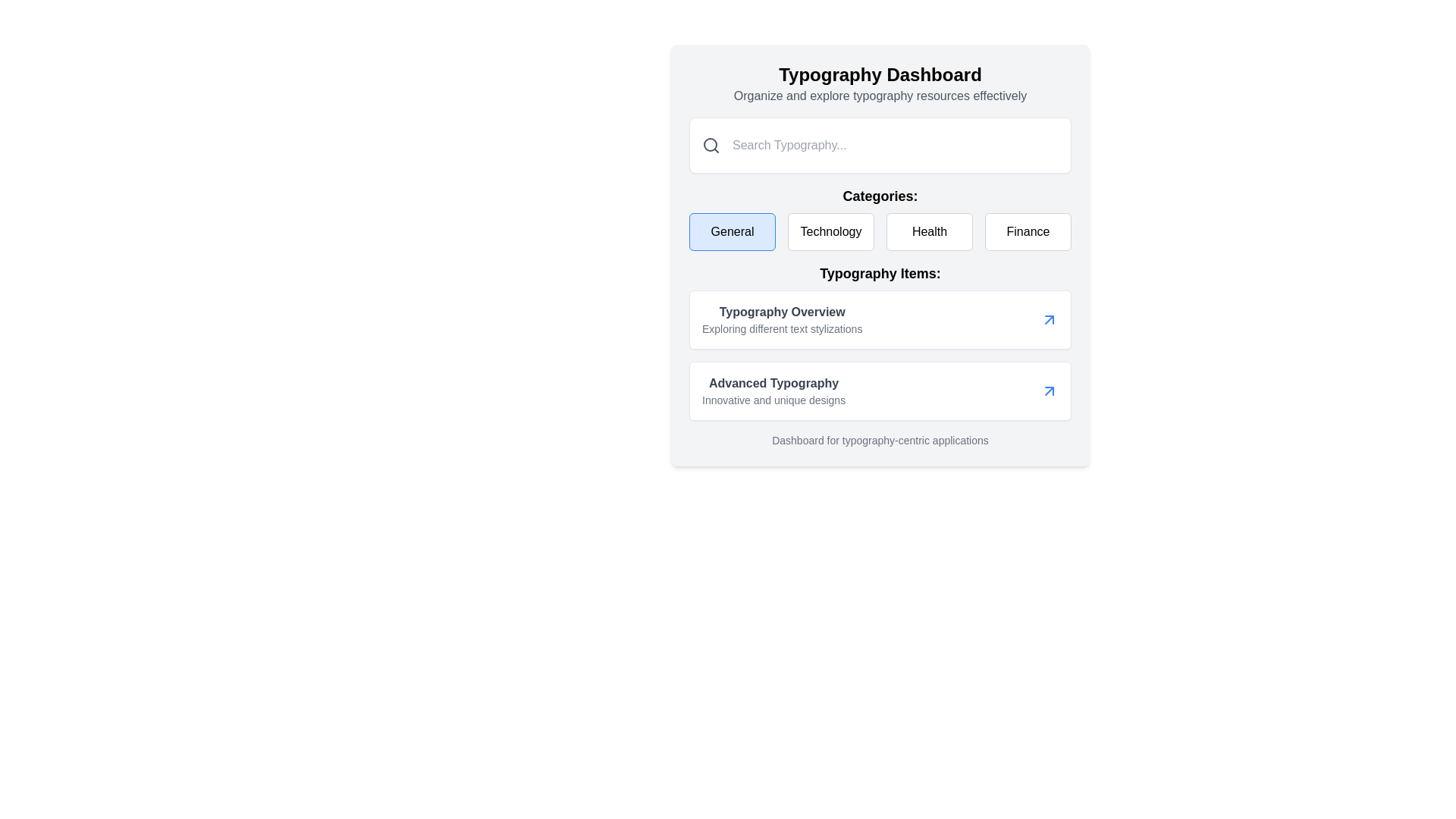 Image resolution: width=1456 pixels, height=819 pixels. What do you see at coordinates (880, 75) in the screenshot?
I see `the bold, large-sized black text element spelling 'Typography Dashboard' which is positioned at the top of the visible content area` at bounding box center [880, 75].